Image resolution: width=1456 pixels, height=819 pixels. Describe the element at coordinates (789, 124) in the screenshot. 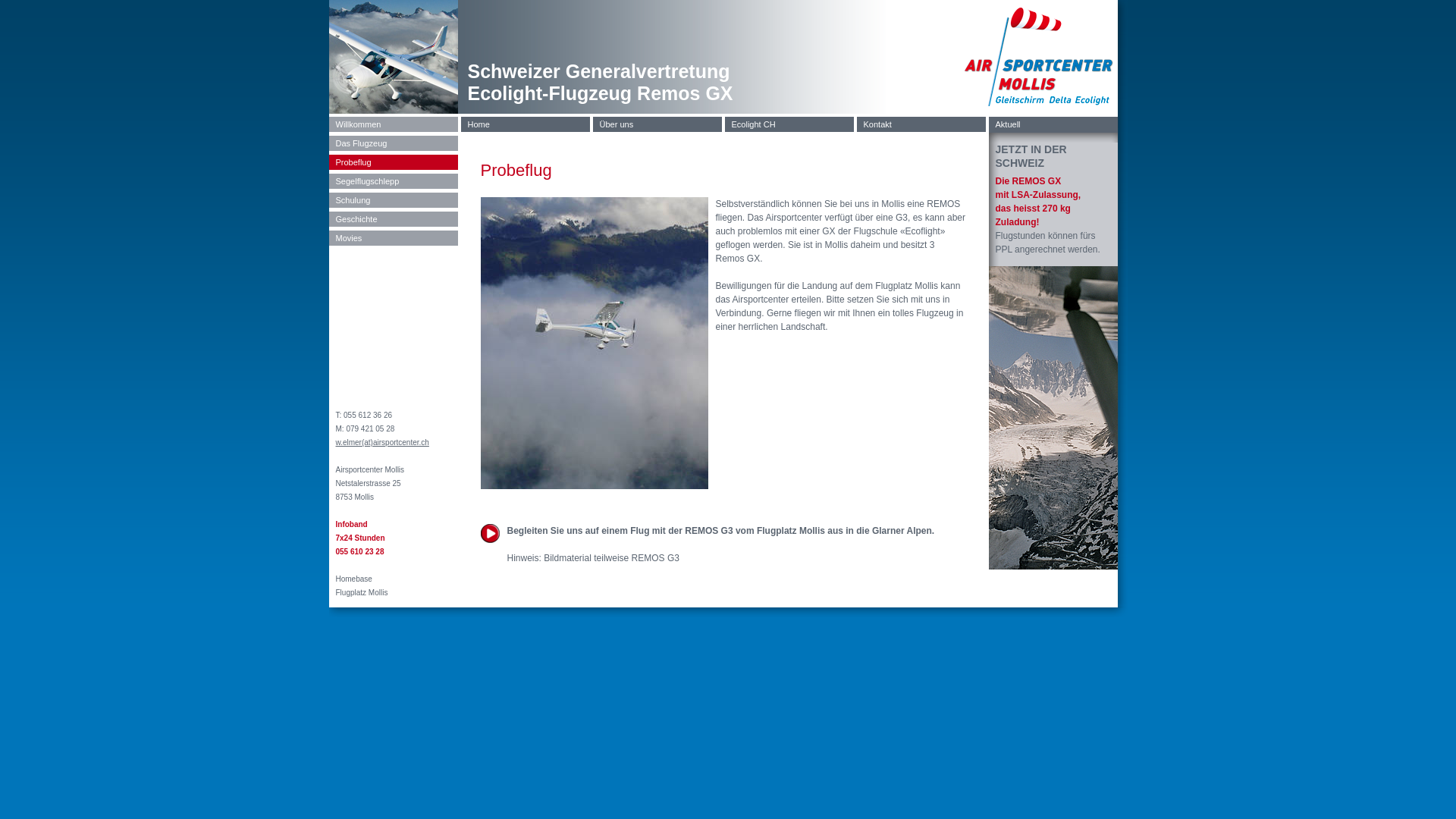

I see `'Ecolight CH'` at that location.